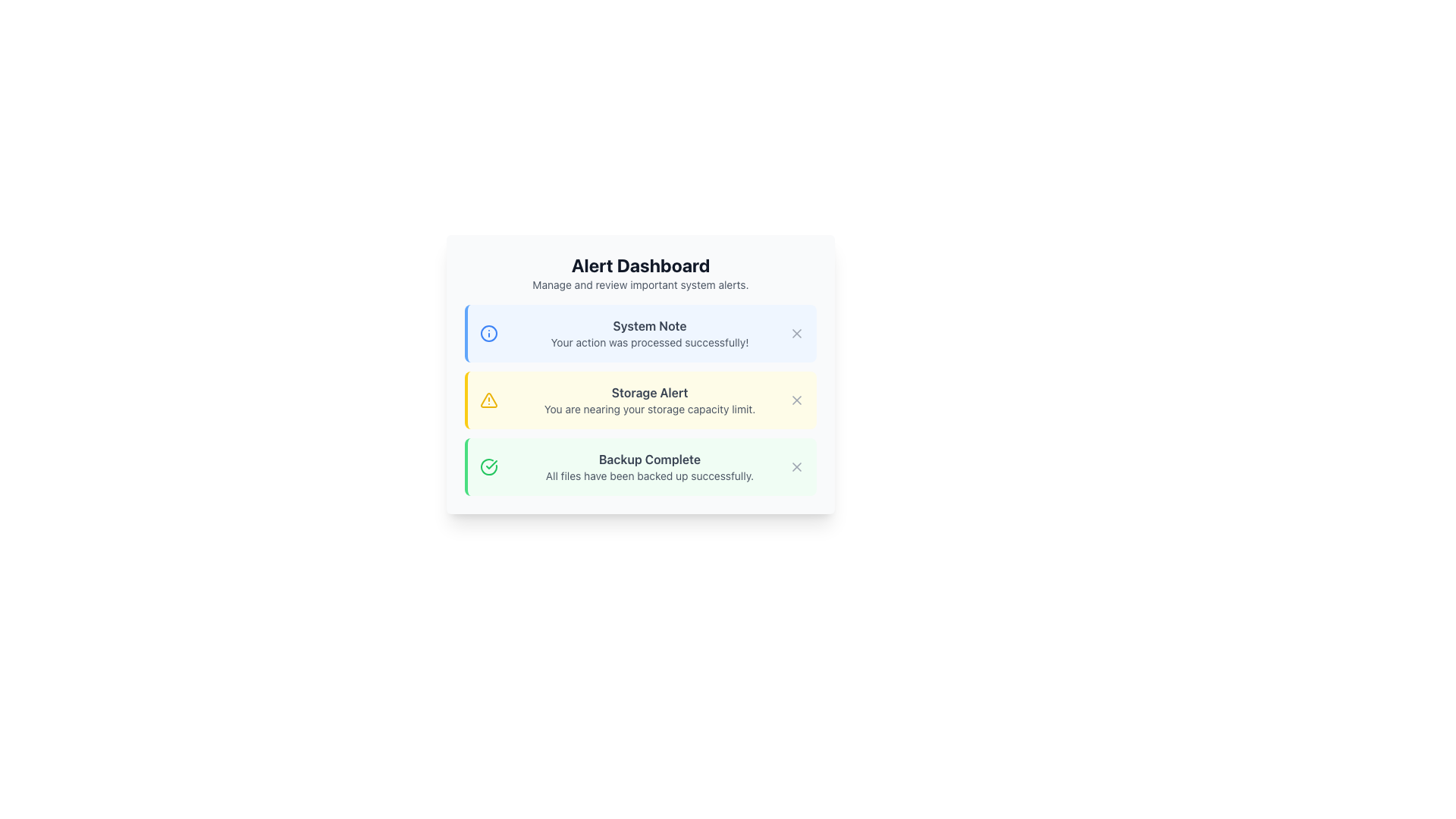  What do you see at coordinates (650, 325) in the screenshot?
I see `displayed text from the bold text label 'System Note' inside the blue notification card in the dashboard` at bounding box center [650, 325].